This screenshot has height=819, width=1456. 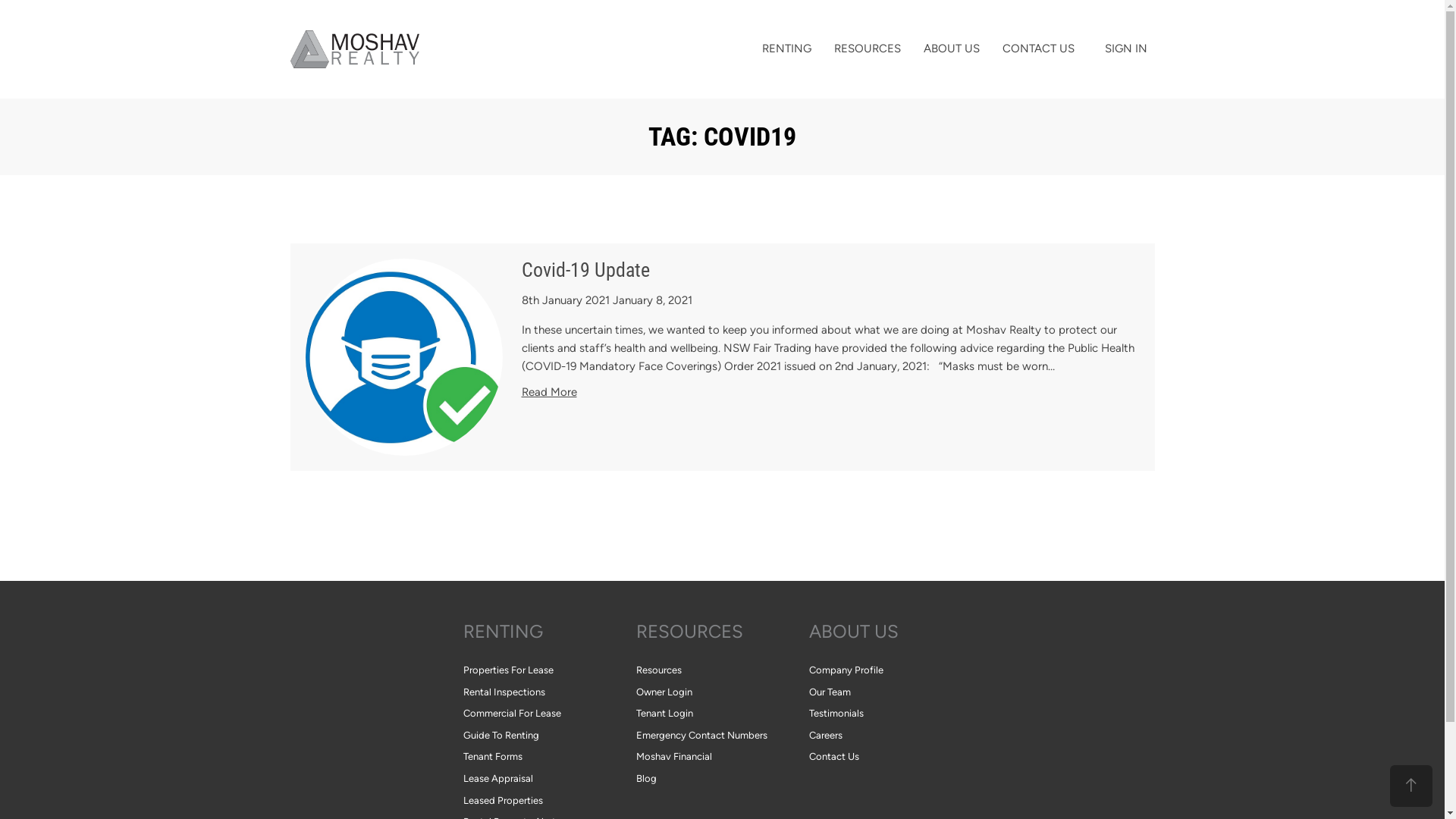 I want to click on 'Read More', so click(x=548, y=391).